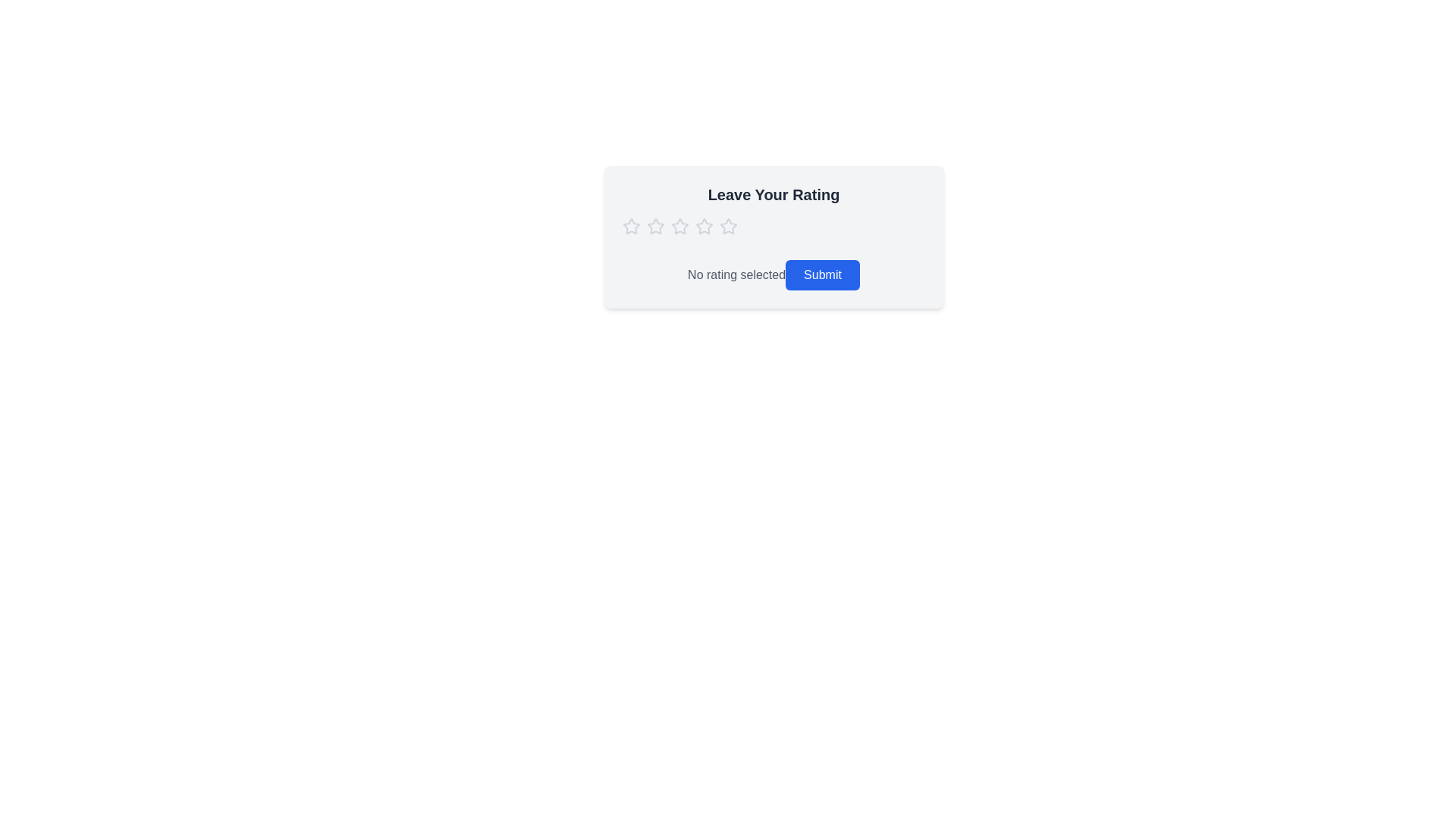 The image size is (1456, 819). What do you see at coordinates (631, 227) in the screenshot?
I see `the first star icon in the rating component to set the rating to one out of five` at bounding box center [631, 227].